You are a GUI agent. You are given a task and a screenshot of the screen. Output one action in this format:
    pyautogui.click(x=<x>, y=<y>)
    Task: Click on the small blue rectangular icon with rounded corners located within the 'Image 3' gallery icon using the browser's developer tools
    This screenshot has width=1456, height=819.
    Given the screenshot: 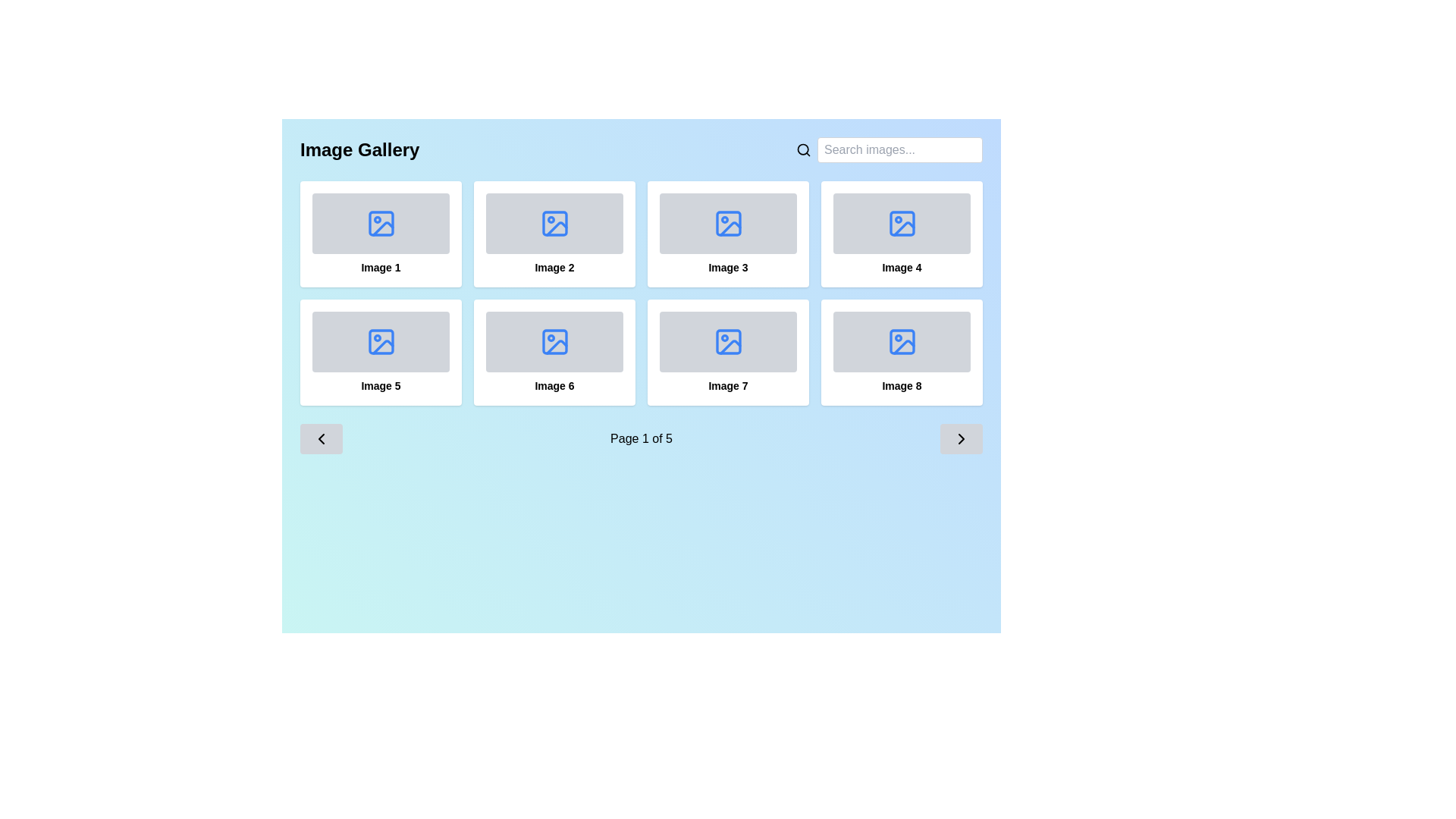 What is the action you would take?
    pyautogui.click(x=728, y=223)
    